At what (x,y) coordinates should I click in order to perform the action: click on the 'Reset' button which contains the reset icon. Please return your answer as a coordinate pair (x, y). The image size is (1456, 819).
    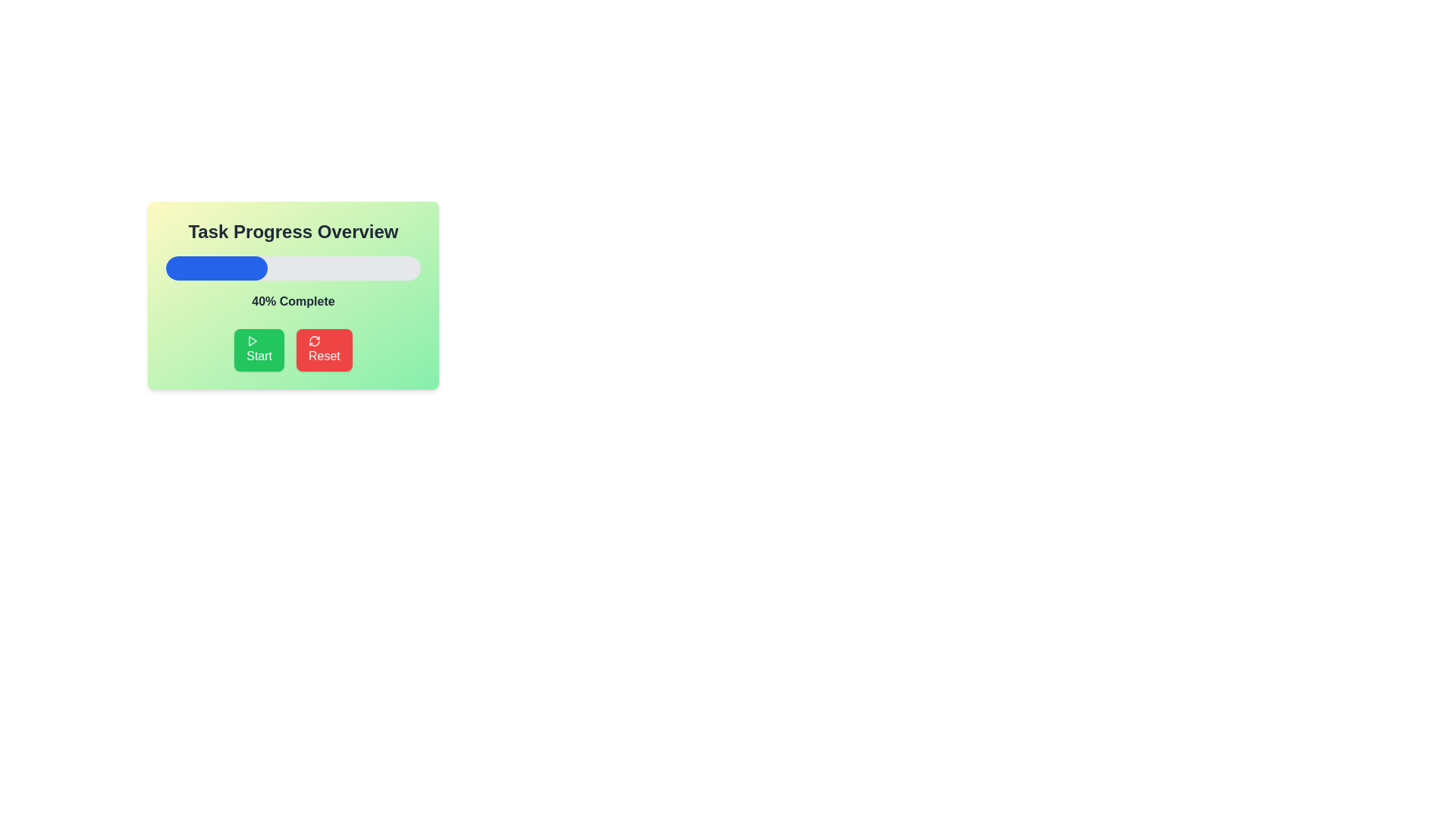
    Looking at the image, I should click on (313, 341).